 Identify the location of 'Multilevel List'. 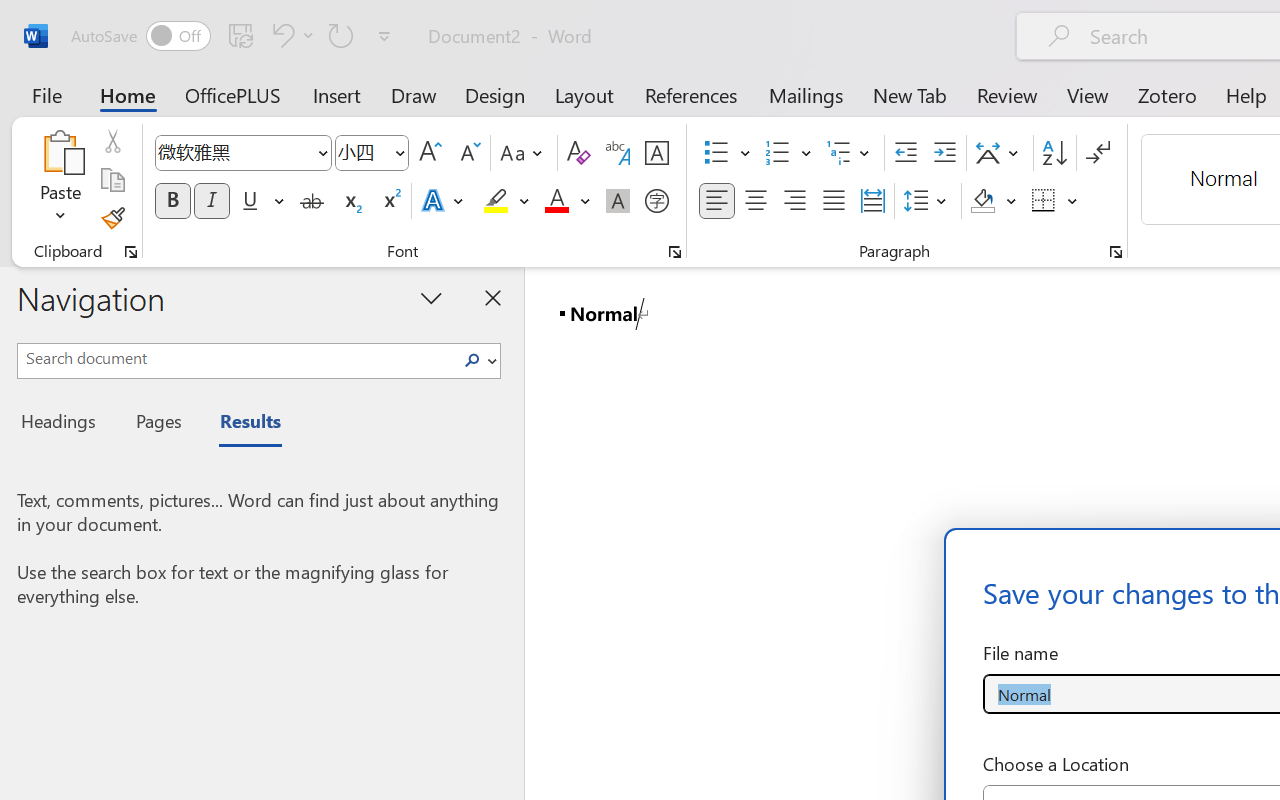
(850, 153).